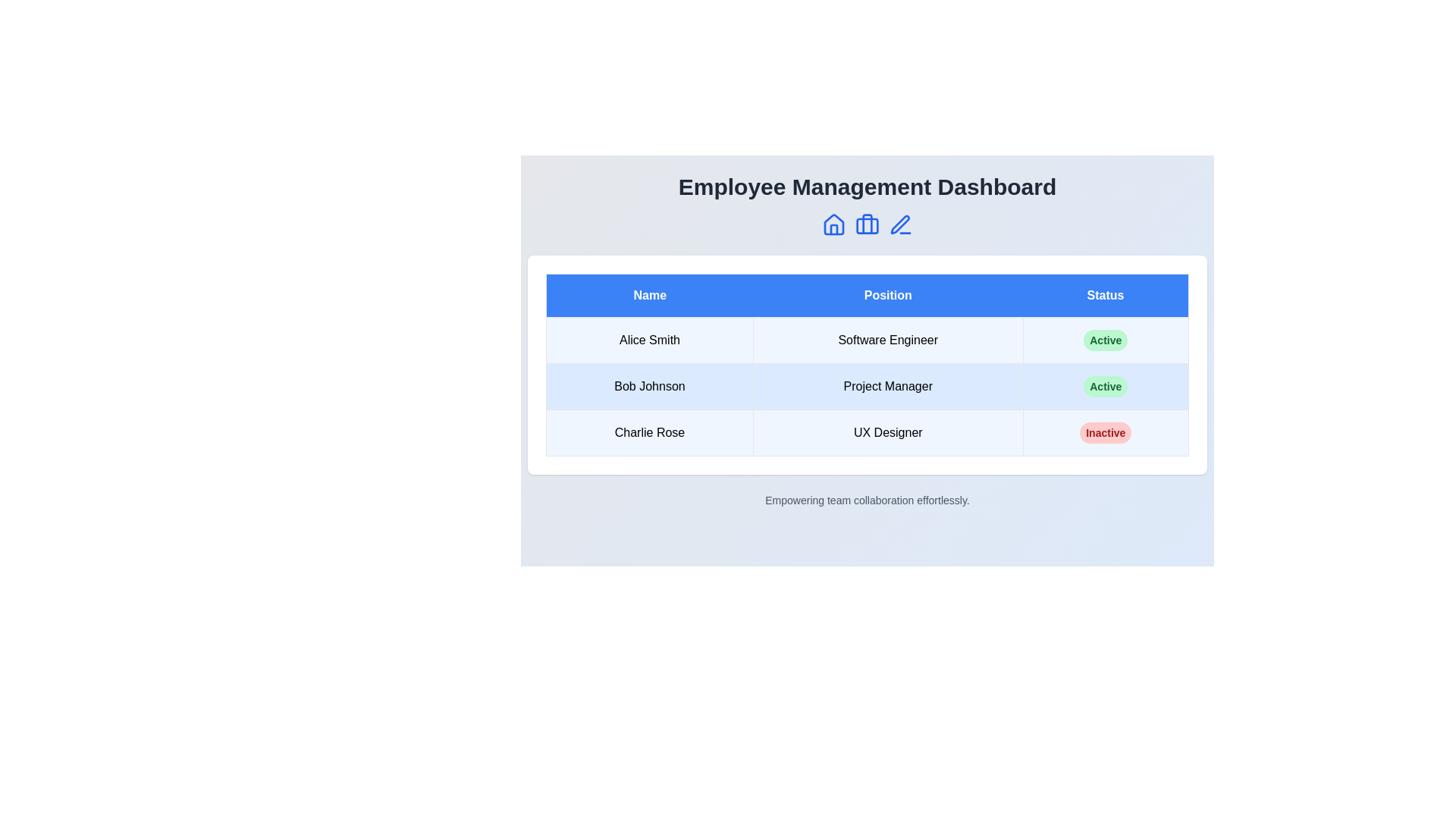  Describe the element at coordinates (833, 225) in the screenshot. I see `the blue outlined house-shaped icon located at the leftmost position in the horizontal navigation bar above the dashboard to potentially see a tooltip` at that location.